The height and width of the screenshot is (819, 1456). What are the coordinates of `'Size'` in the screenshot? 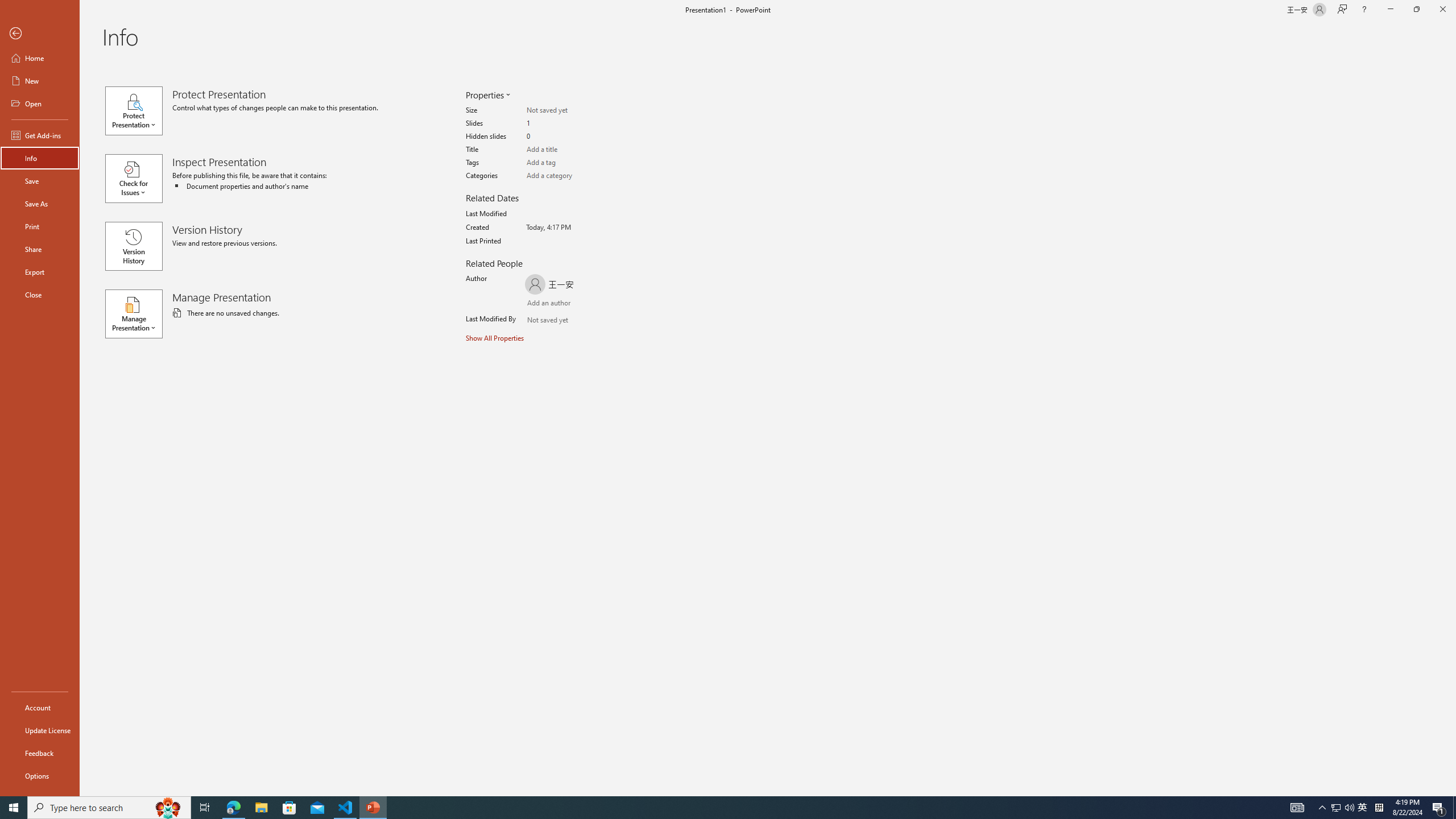 It's located at (570, 110).